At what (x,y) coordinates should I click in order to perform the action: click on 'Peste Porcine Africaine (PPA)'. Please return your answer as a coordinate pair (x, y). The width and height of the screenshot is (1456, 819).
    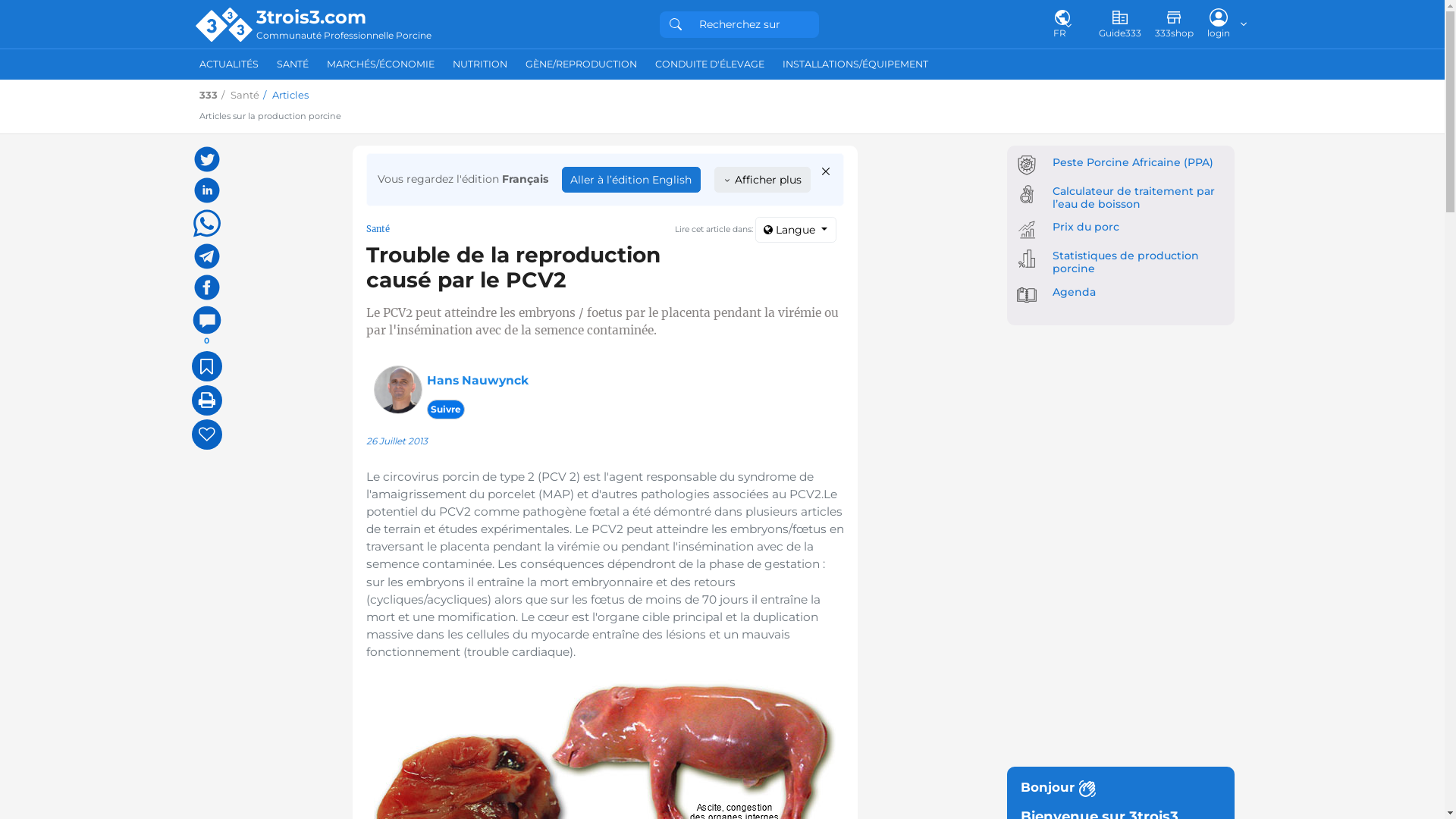
    Looking at the image, I should click on (1132, 162).